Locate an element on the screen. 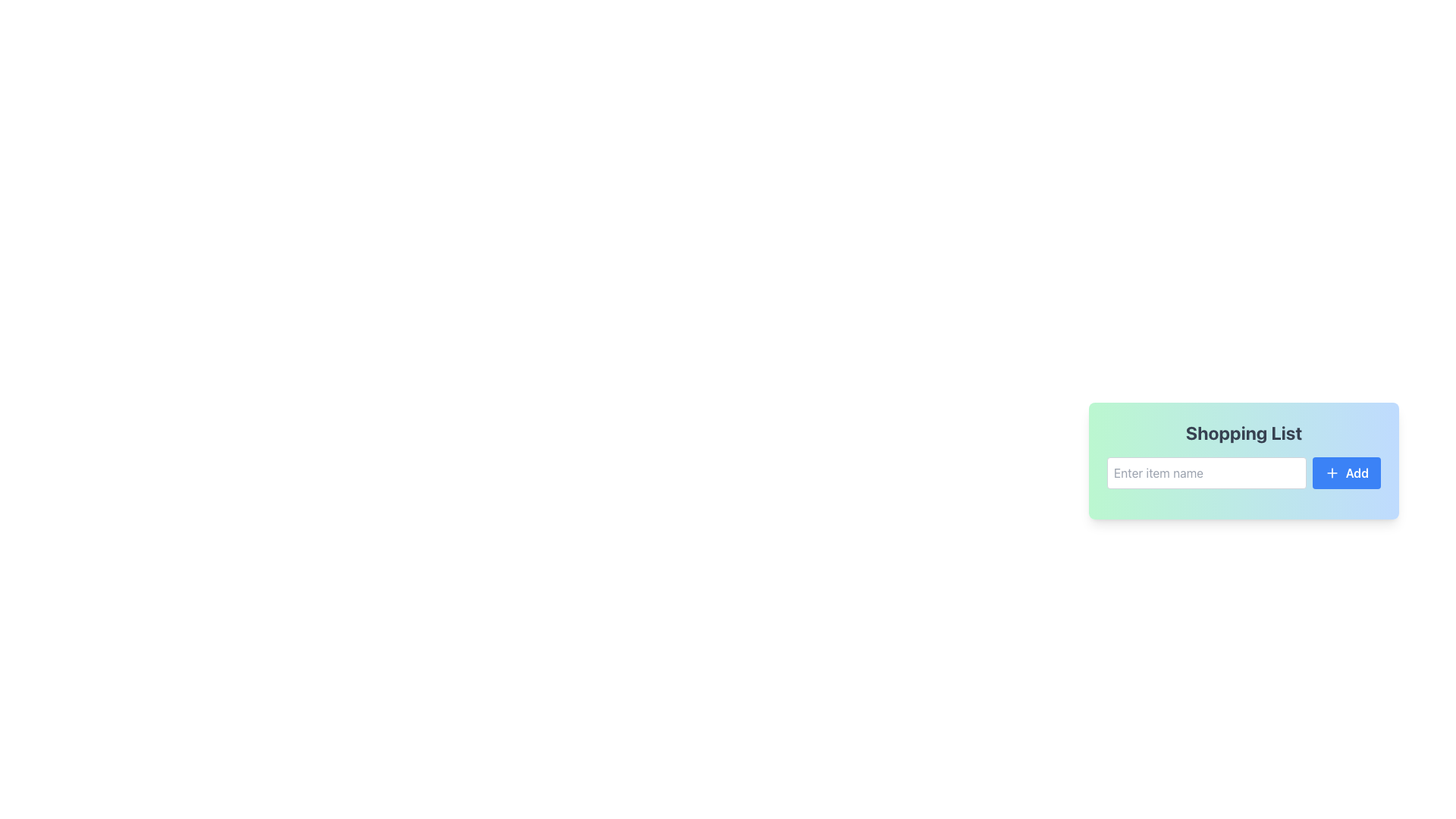 This screenshot has width=1456, height=819. and drop text into the Text input field located below the 'Shopping List' title, which is on the left side of its row adjacent is located at coordinates (1244, 472).